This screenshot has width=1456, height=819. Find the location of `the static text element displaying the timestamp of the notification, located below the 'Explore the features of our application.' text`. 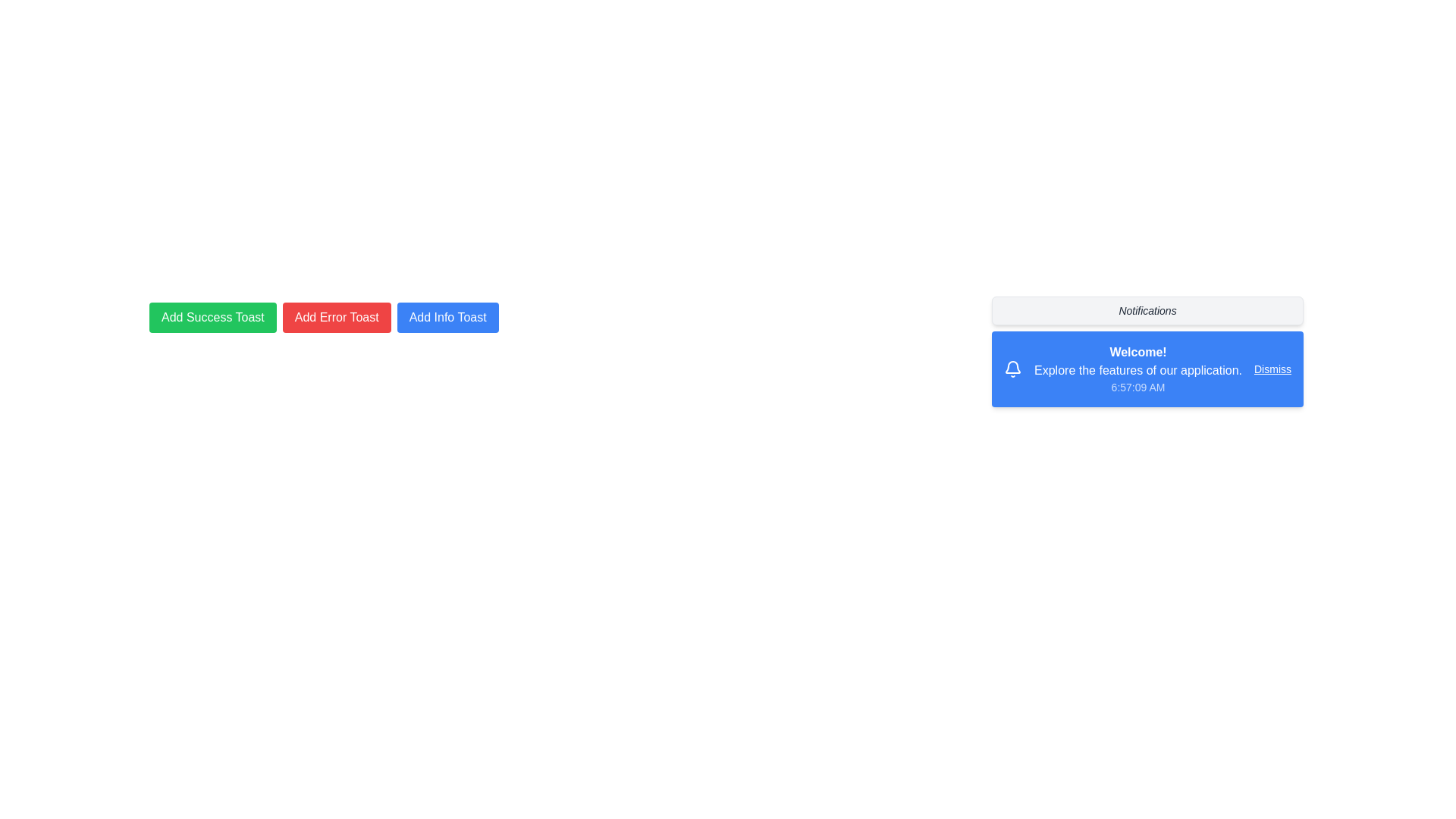

the static text element displaying the timestamp of the notification, located below the 'Explore the features of our application.' text is located at coordinates (1138, 386).